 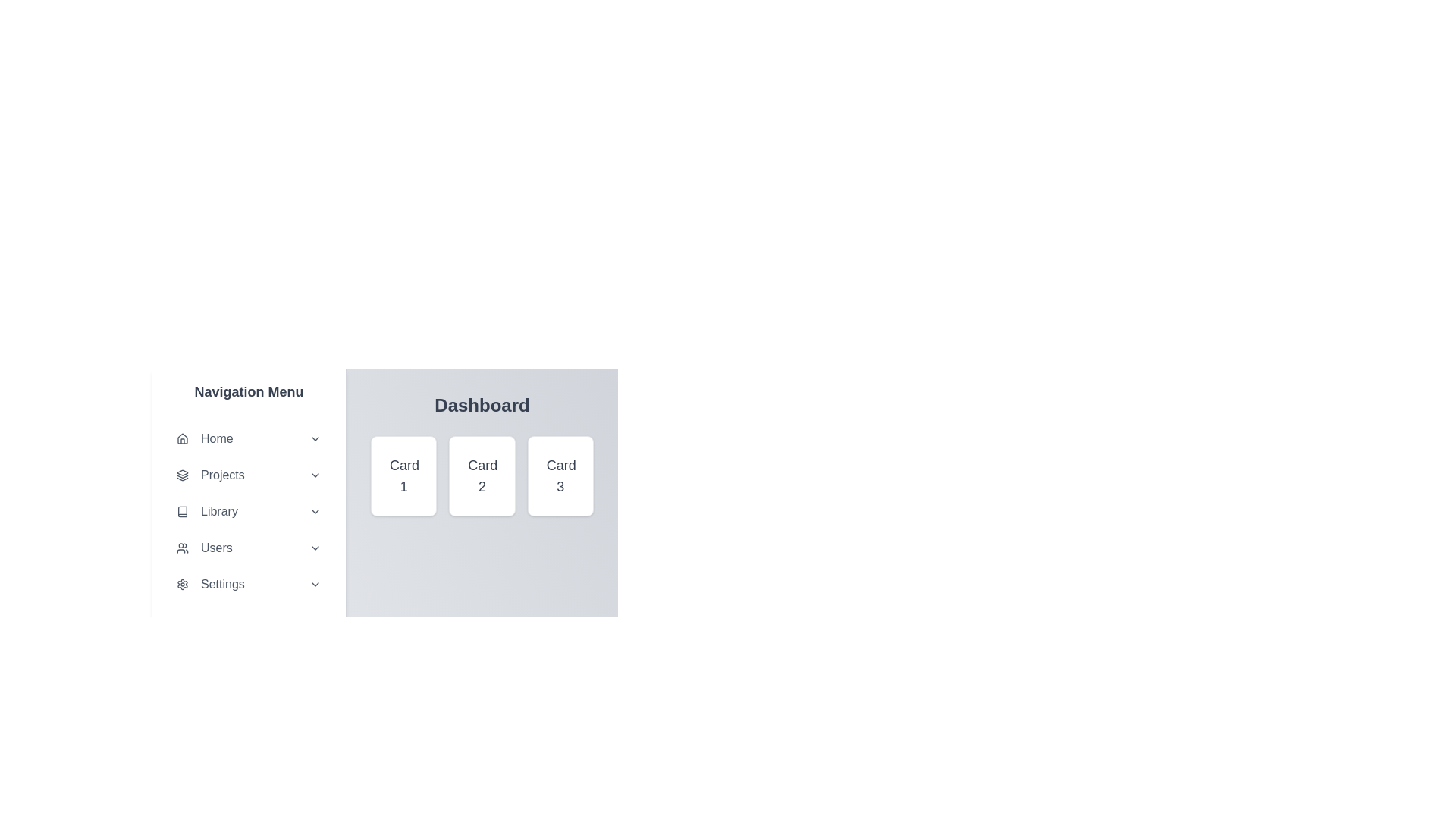 I want to click on the chevron icon located at the top right corner of the 'Home' navigation entry, so click(x=315, y=438).